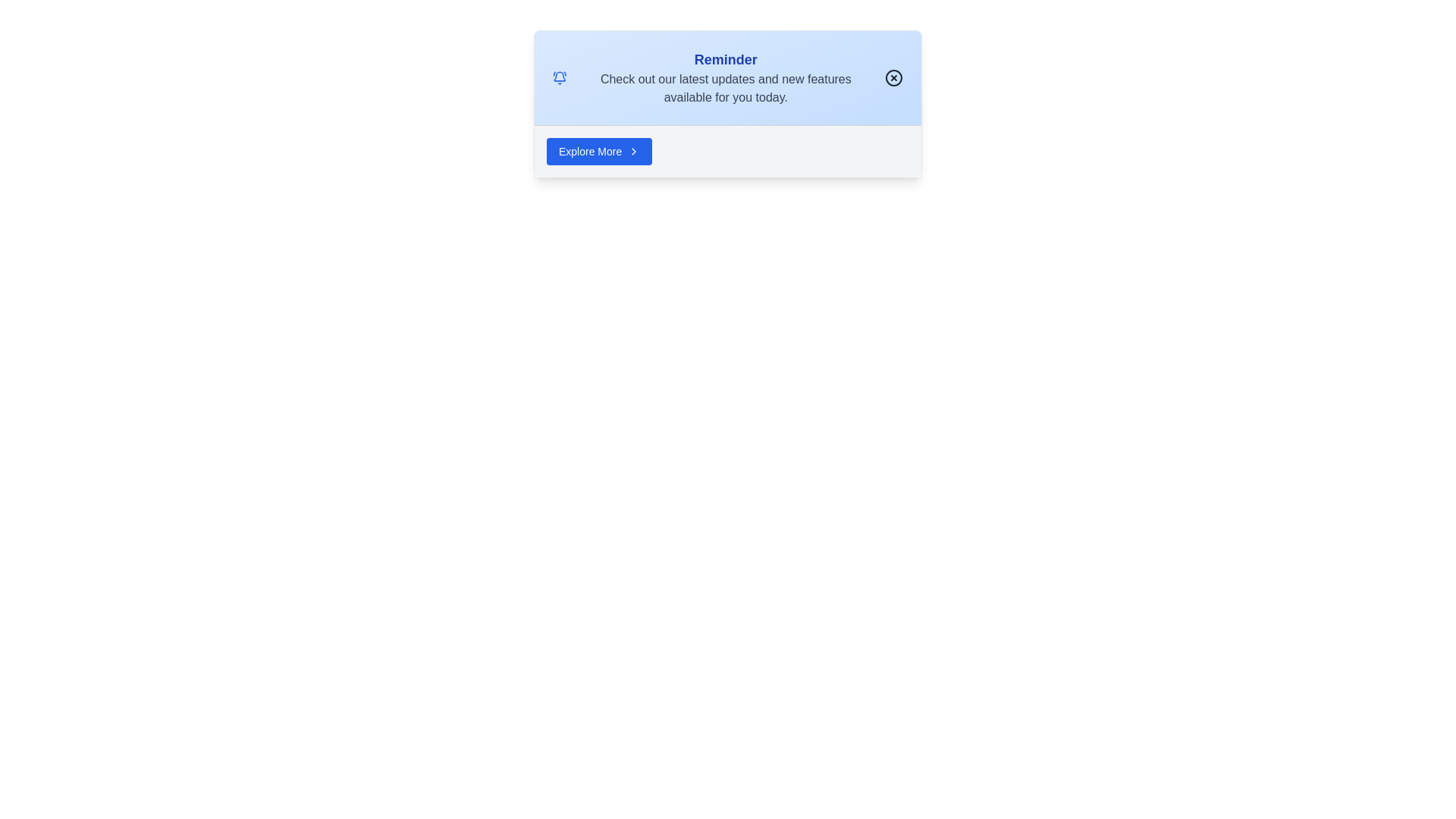 This screenshot has height=819, width=1456. What do you see at coordinates (894, 78) in the screenshot?
I see `the circular close button located at the top-right corner of the notification card` at bounding box center [894, 78].